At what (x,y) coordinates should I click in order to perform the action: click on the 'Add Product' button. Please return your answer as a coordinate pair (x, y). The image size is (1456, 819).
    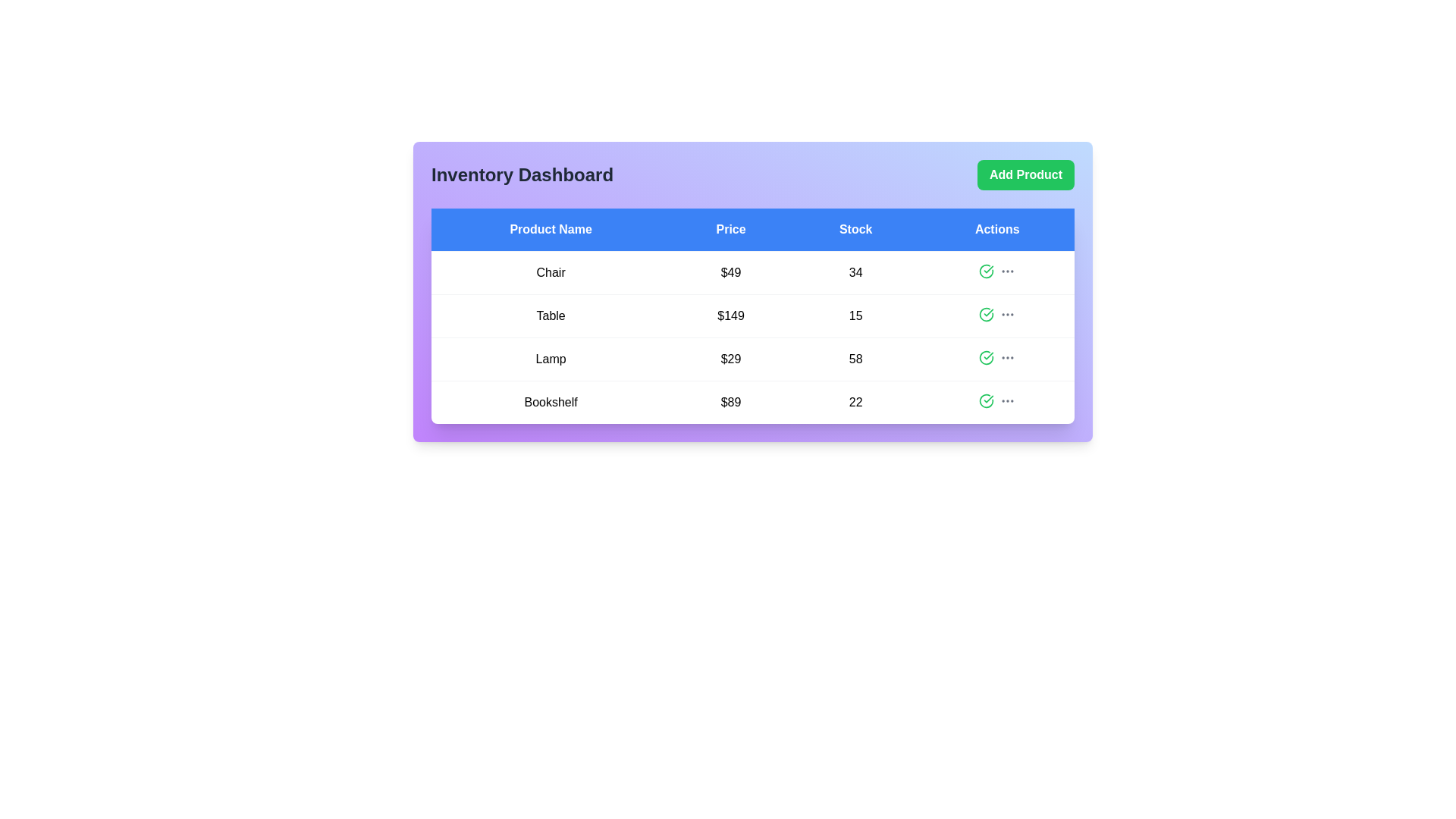
    Looking at the image, I should click on (1026, 174).